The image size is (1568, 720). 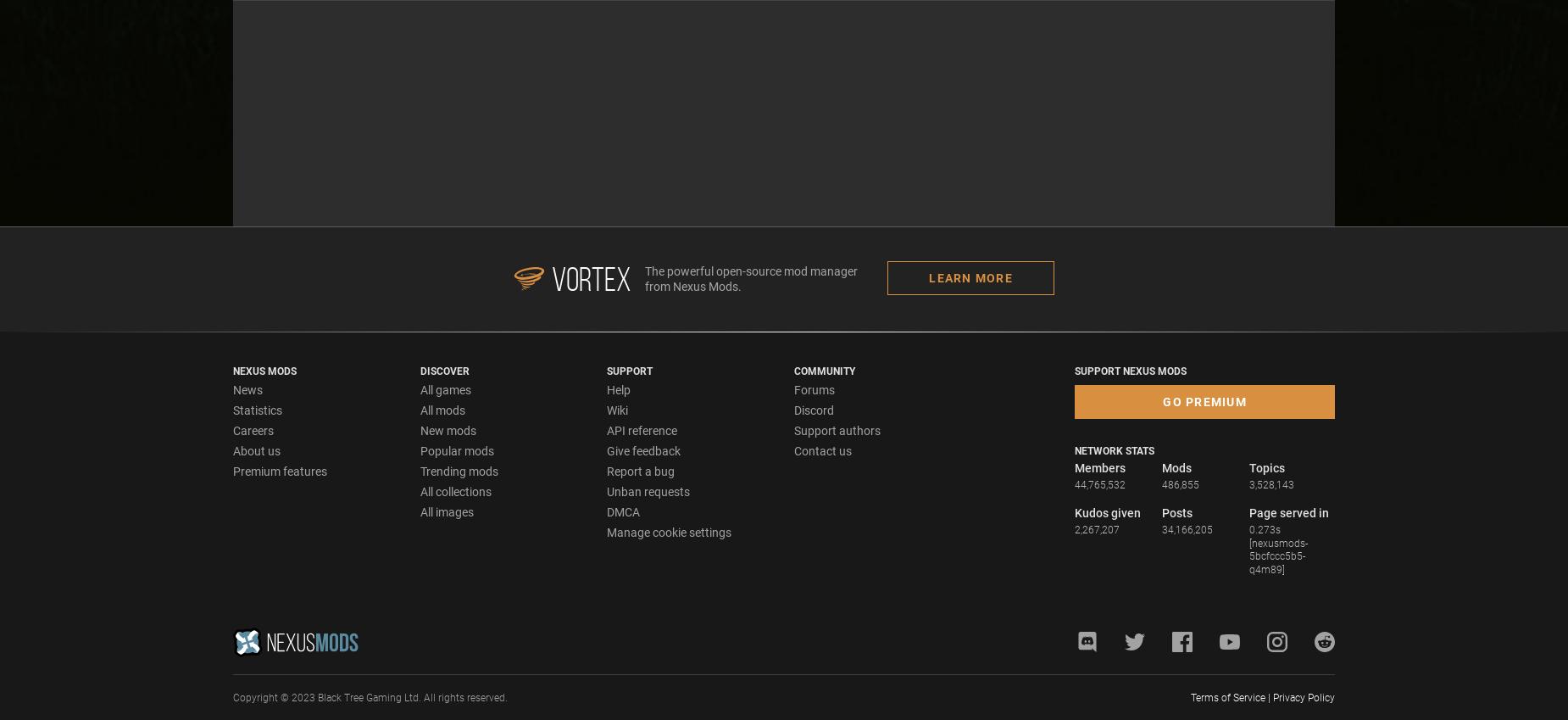 What do you see at coordinates (822, 449) in the screenshot?
I see `'Contact us'` at bounding box center [822, 449].